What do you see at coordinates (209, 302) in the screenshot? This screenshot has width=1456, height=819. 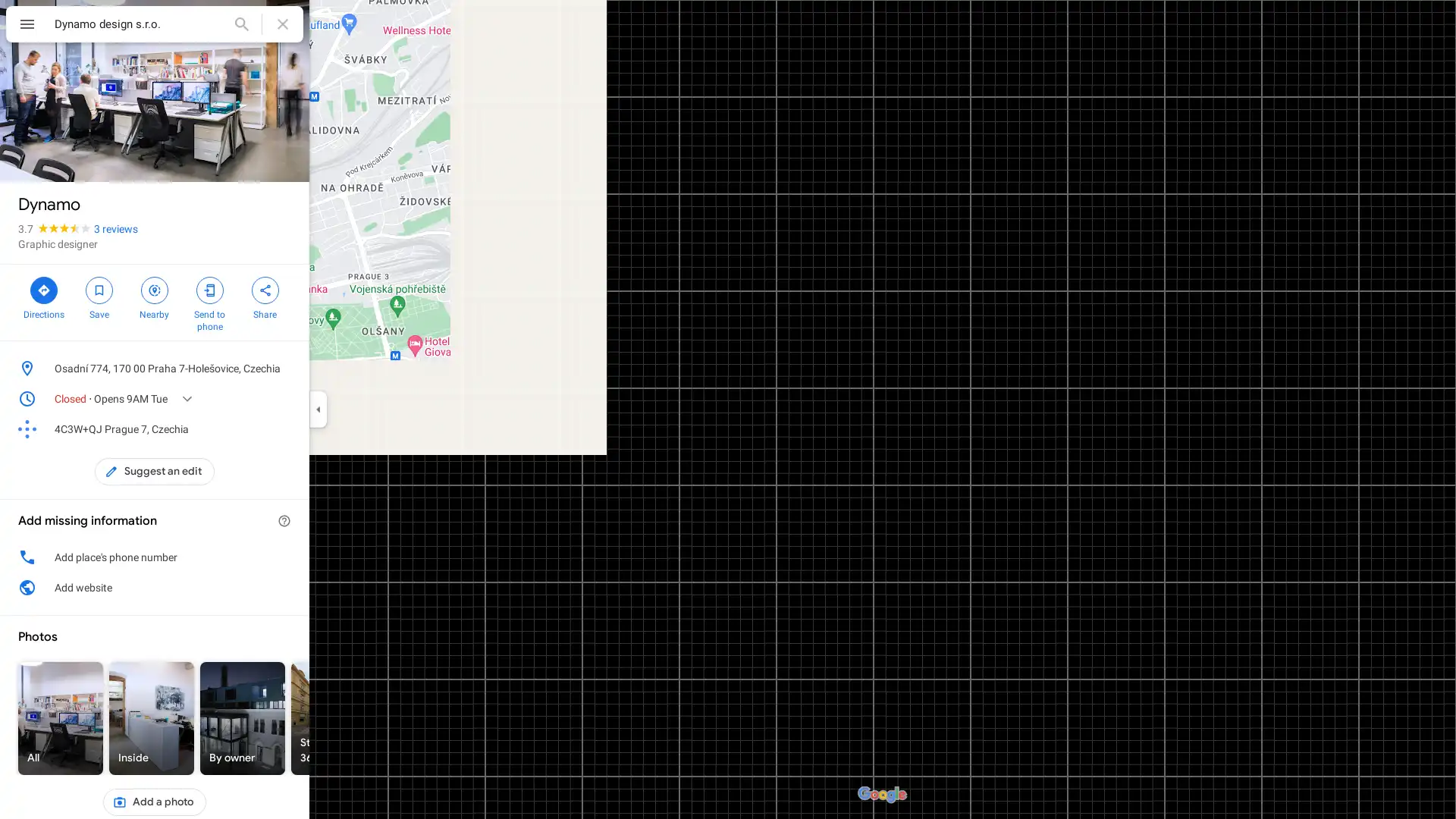 I see `Send Dynamo to your phone` at bounding box center [209, 302].